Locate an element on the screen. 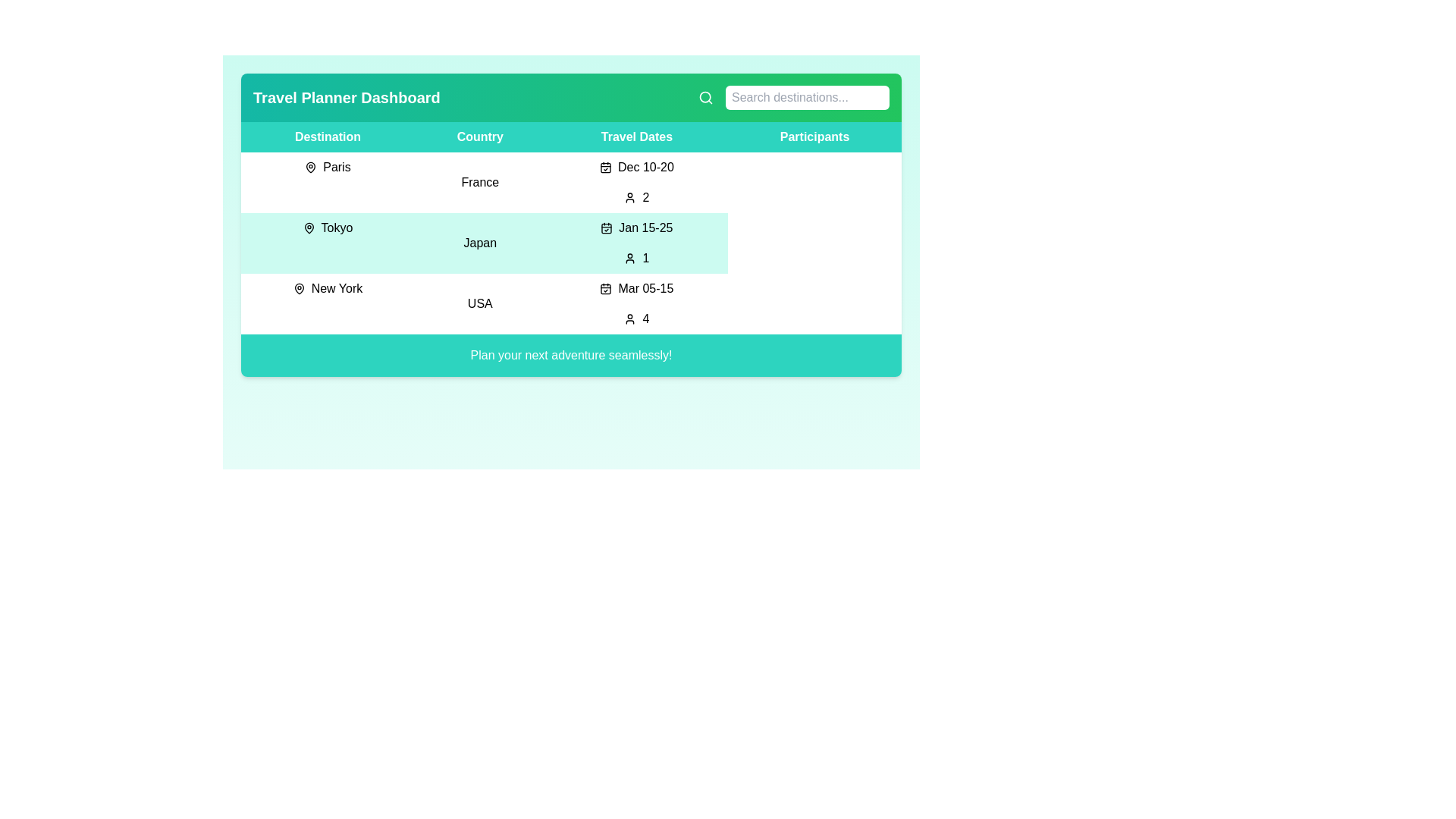 Image resolution: width=1456 pixels, height=819 pixels. the second row in the 'Travel Planner Dashboard' table that contains the travel plan for 'Tokyo', 'Japan' with travel dates 'Jan 15-25' and '1' participant is located at coordinates (570, 242).